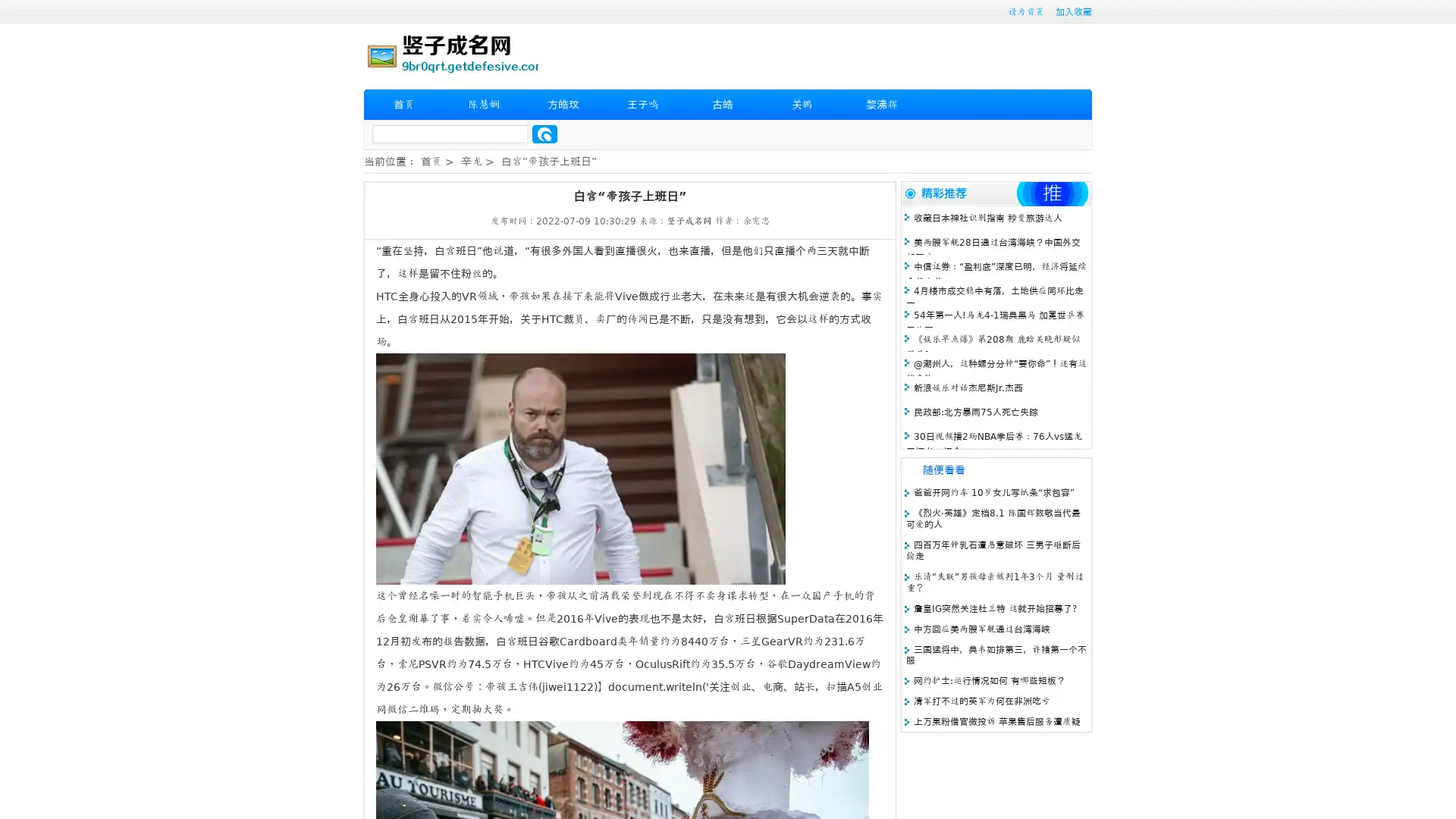  Describe the element at coordinates (544, 133) in the screenshot. I see `Search` at that location.